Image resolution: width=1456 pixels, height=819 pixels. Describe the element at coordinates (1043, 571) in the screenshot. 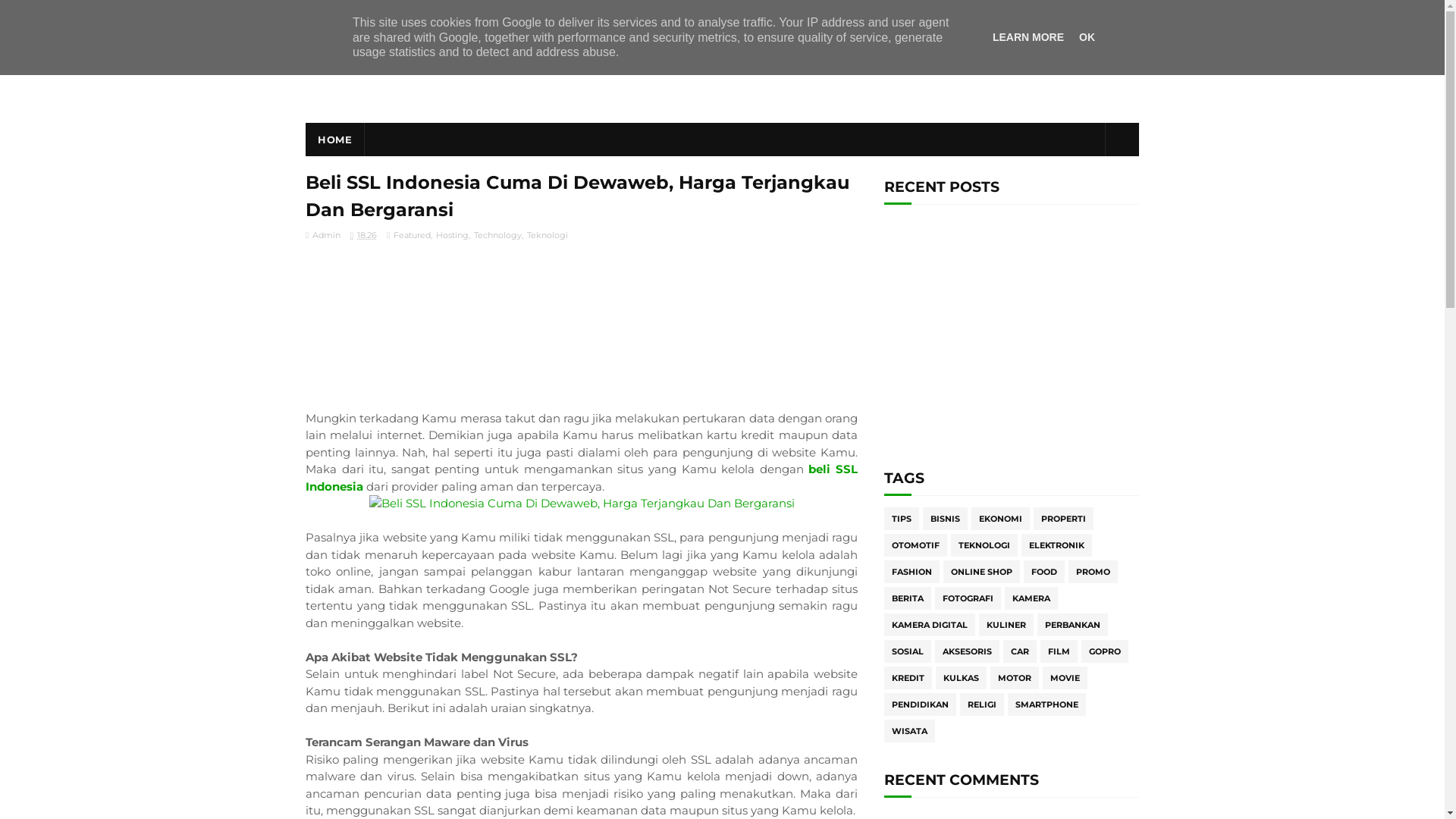

I see `'FOOD'` at that location.